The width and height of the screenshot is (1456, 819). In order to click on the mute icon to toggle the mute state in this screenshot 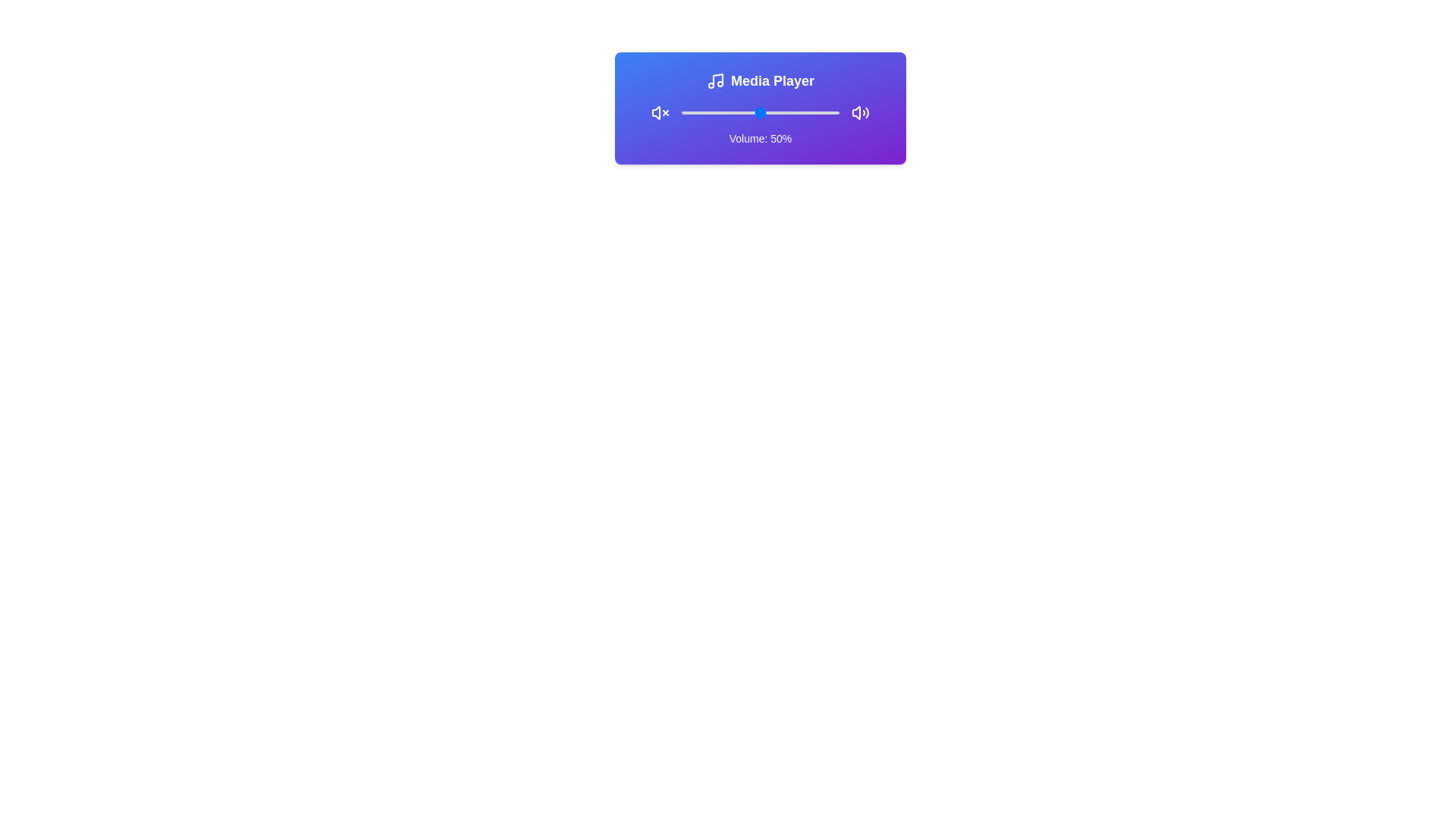, I will do `click(660, 112)`.